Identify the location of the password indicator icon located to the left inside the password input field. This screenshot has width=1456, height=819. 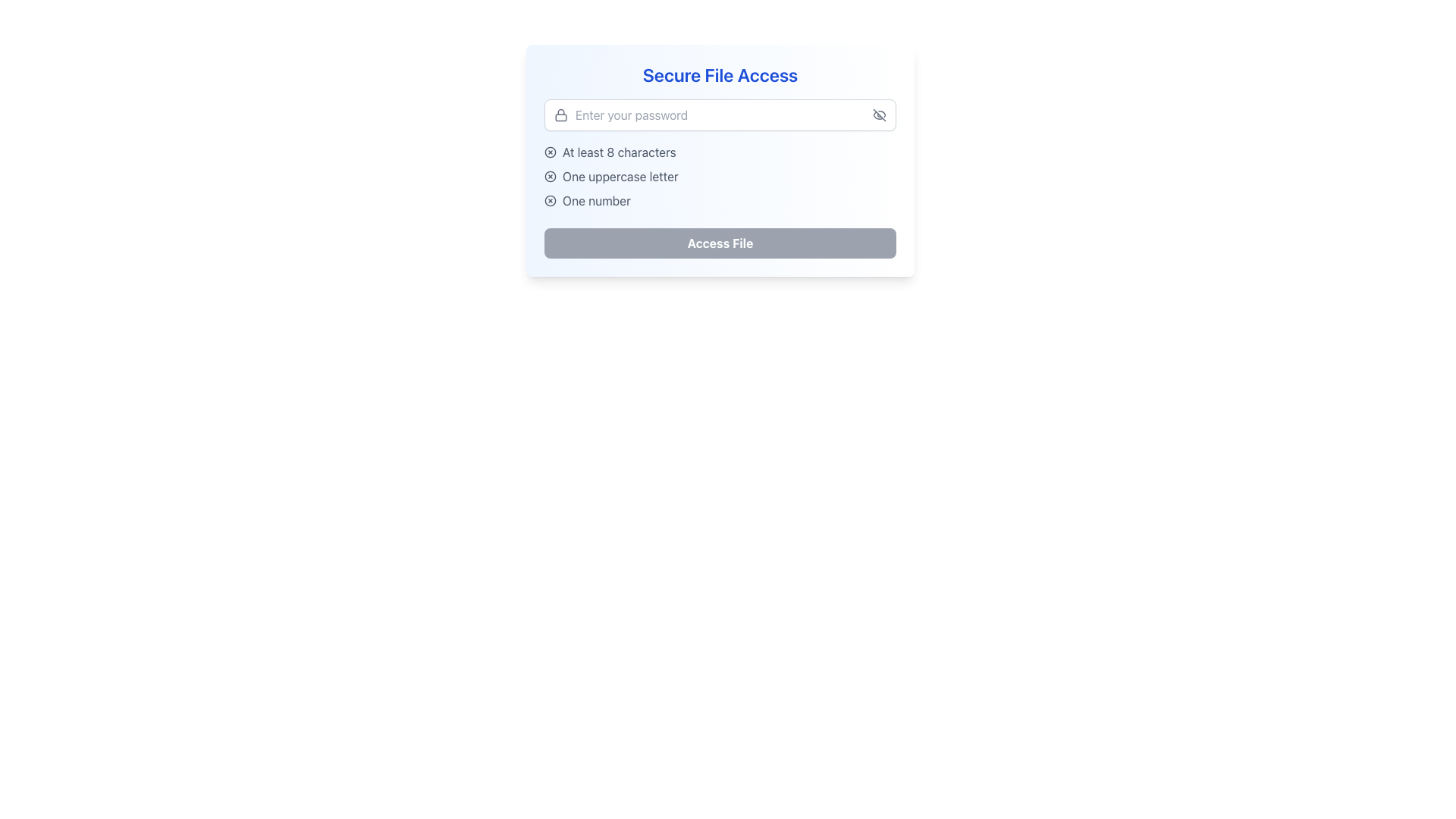
(560, 114).